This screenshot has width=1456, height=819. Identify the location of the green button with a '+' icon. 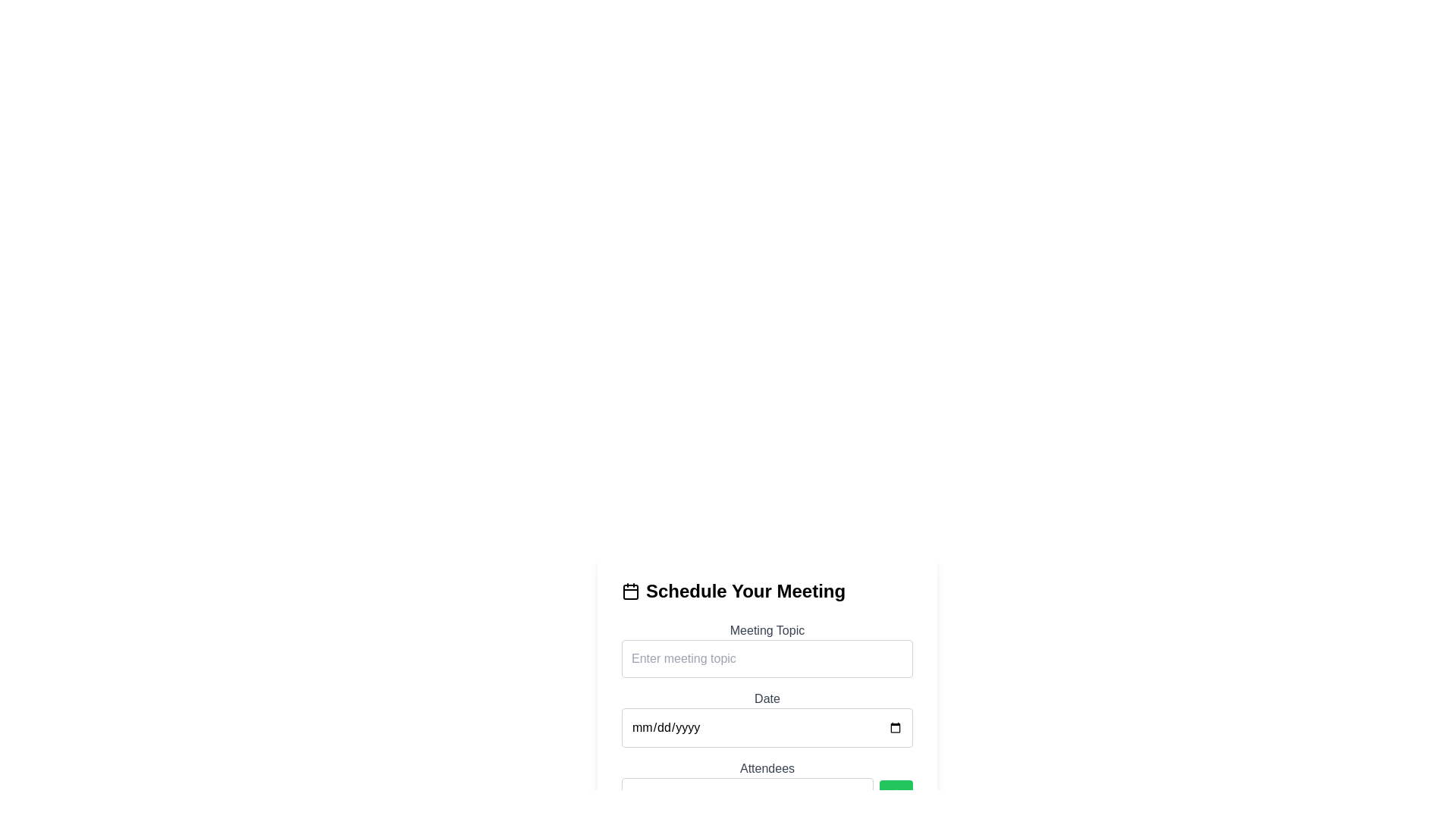
(896, 795).